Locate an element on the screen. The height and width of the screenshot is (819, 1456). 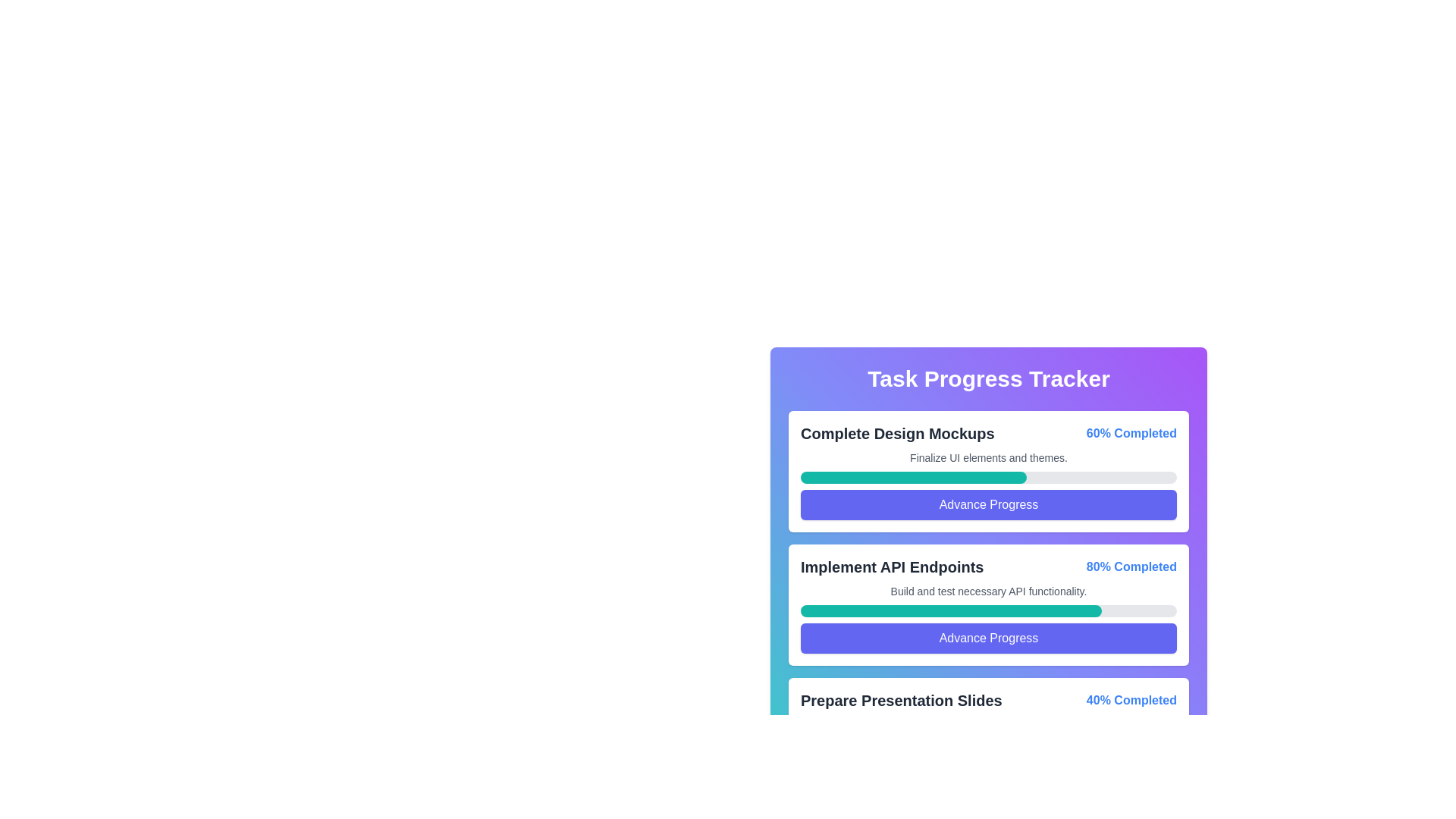
the text elements of the progress block for 'Implement API Endpoints' is located at coordinates (989, 604).